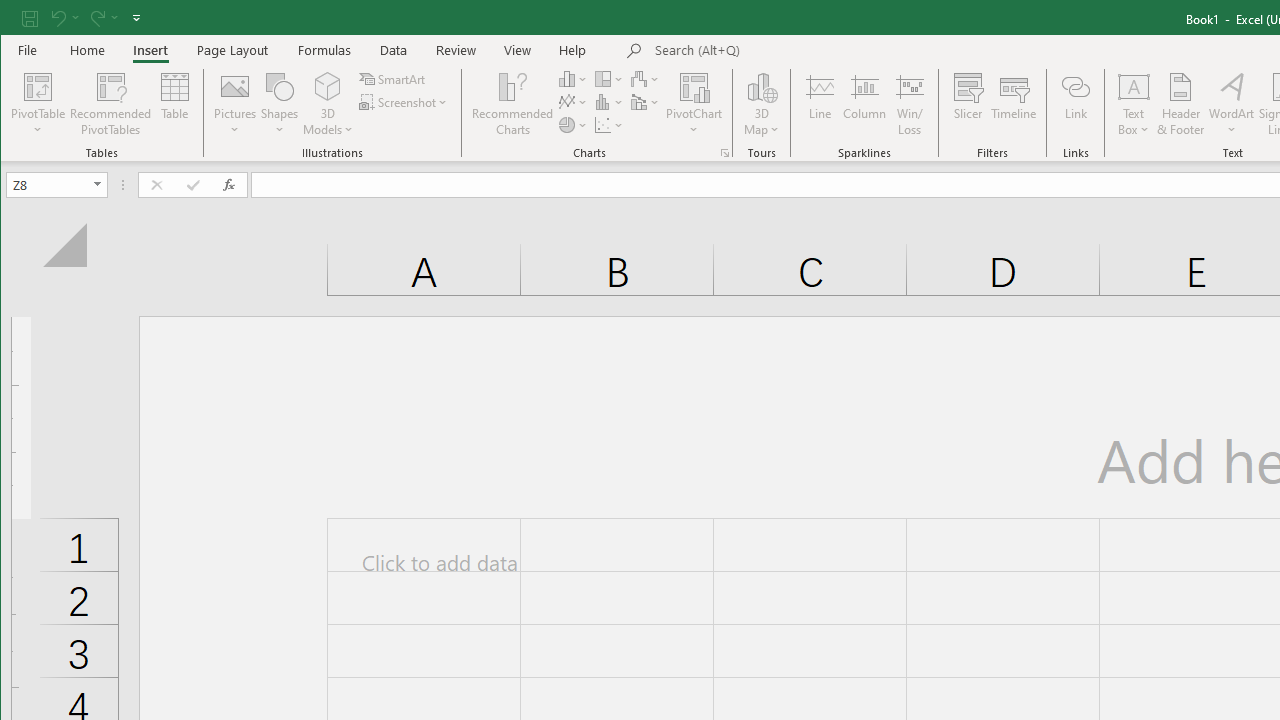  I want to click on 'PivotTable', so click(38, 104).